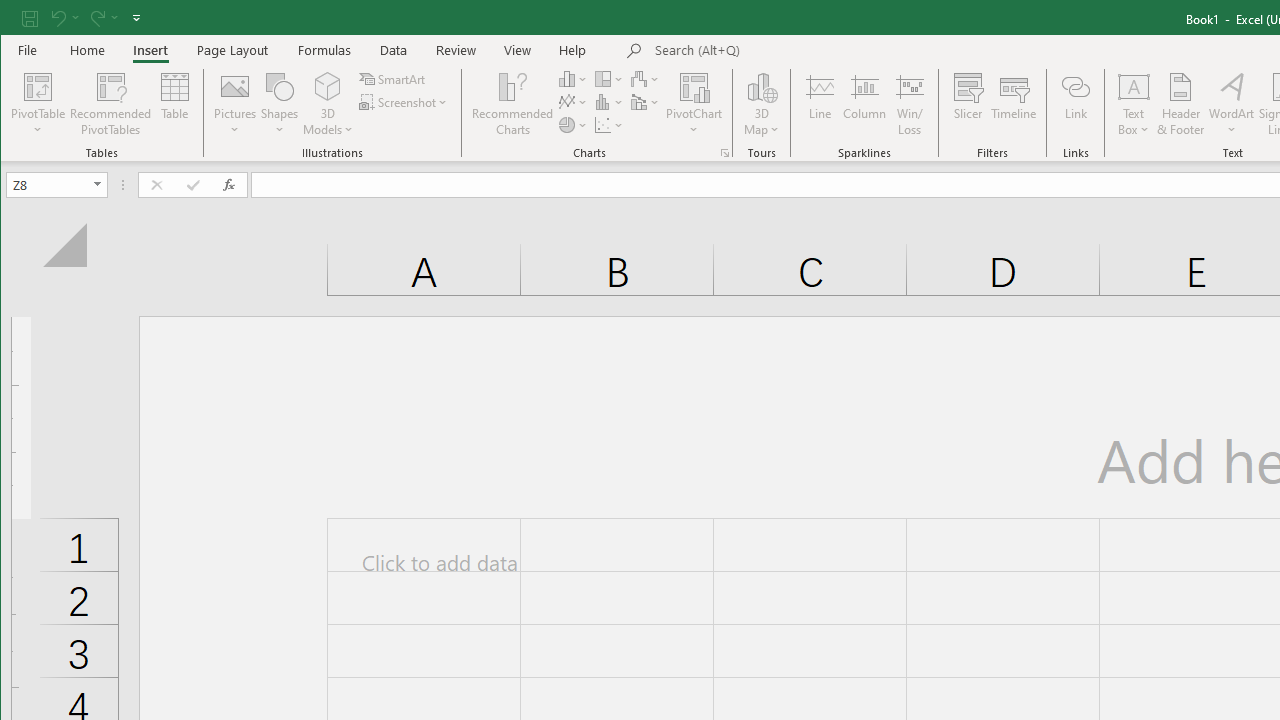  I want to click on 'PivotTable', so click(38, 104).